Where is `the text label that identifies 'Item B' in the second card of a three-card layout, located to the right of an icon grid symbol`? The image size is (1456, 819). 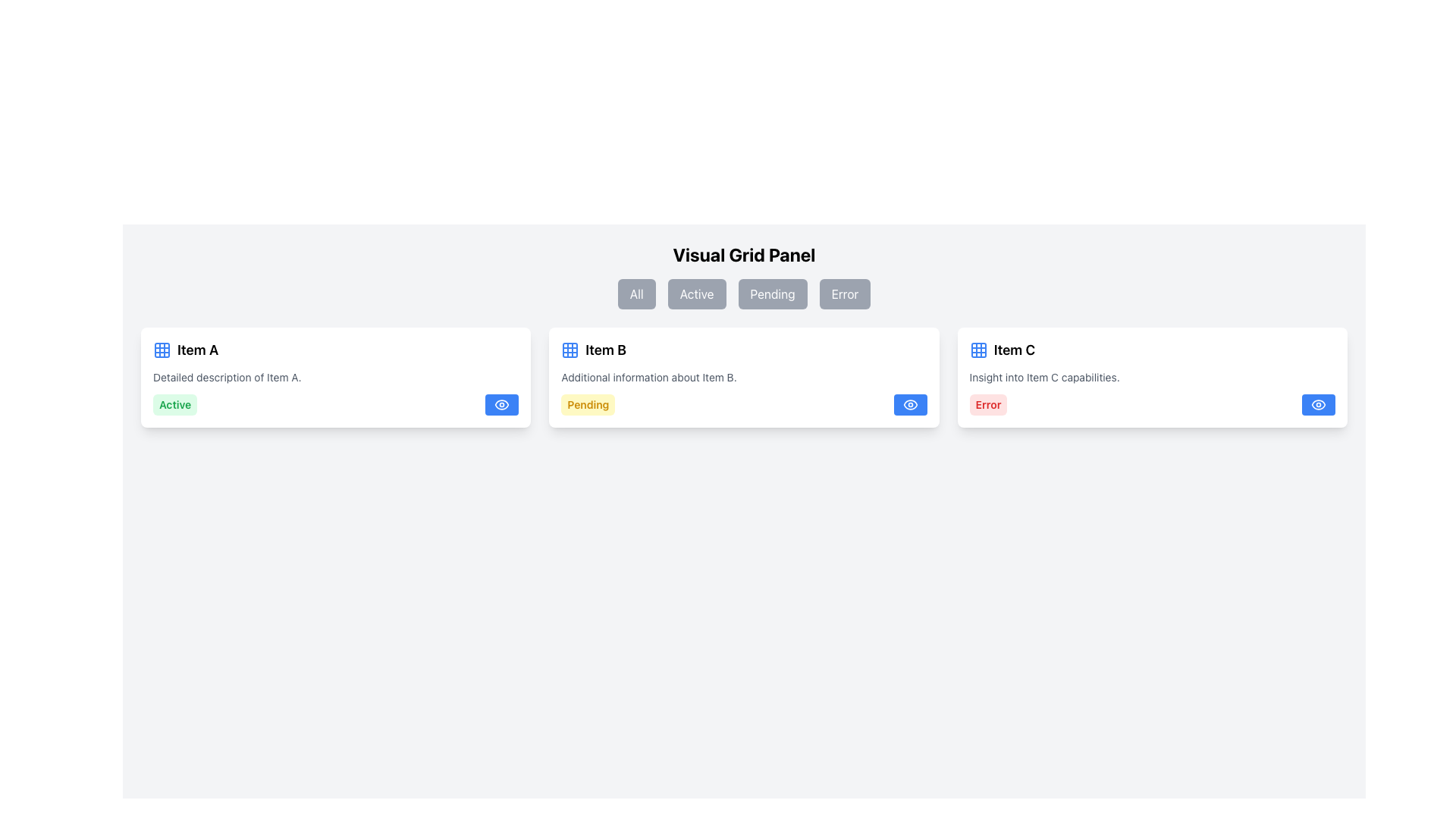 the text label that identifies 'Item B' in the second card of a three-card layout, located to the right of an icon grid symbol is located at coordinates (605, 350).